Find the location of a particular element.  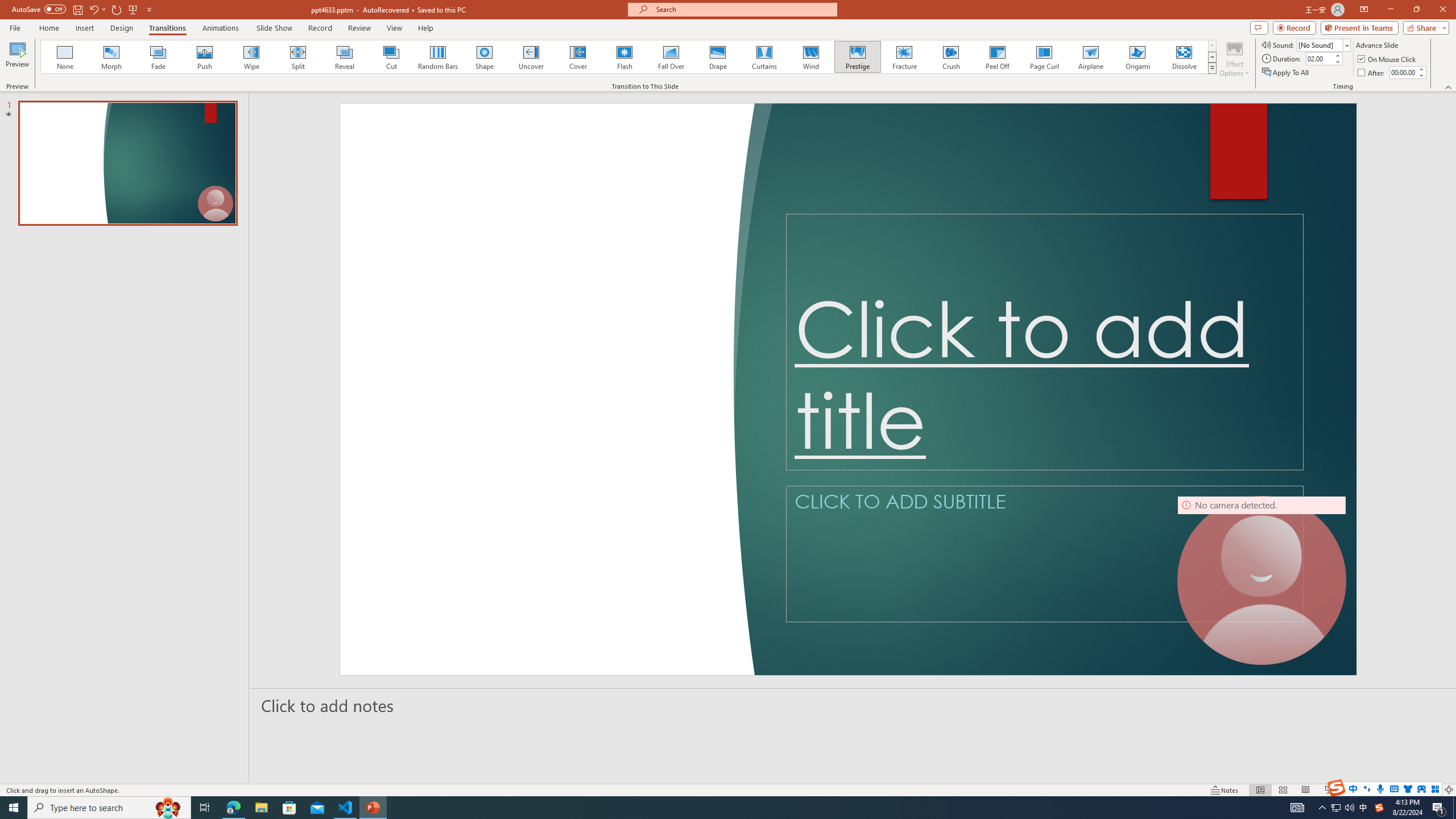

'Page Curl' is located at coordinates (1043, 56).